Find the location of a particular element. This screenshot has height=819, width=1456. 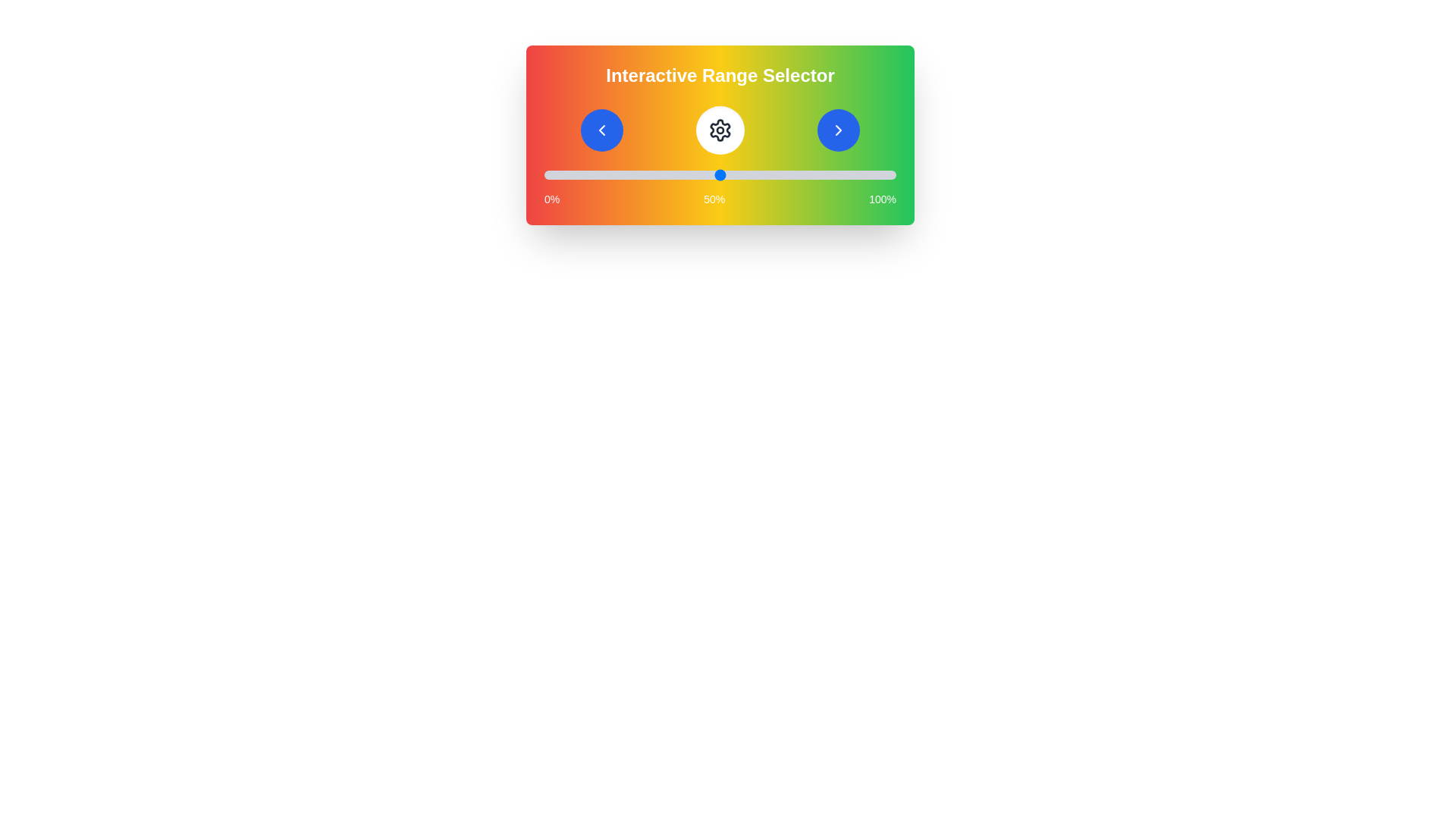

the slider to set the value to 56% is located at coordinates (741, 174).